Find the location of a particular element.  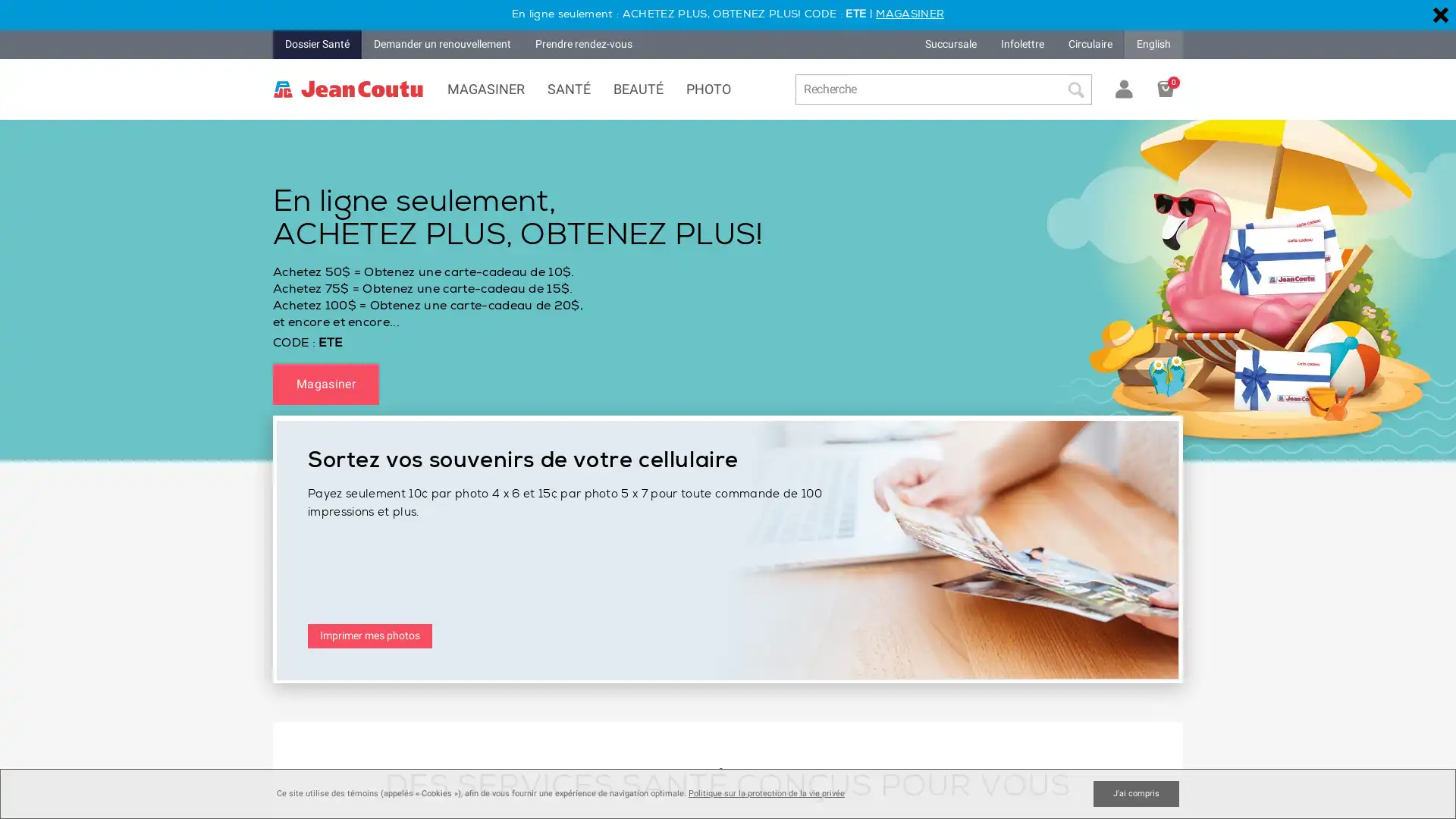

learn more about cookies is located at coordinates (767, 792).